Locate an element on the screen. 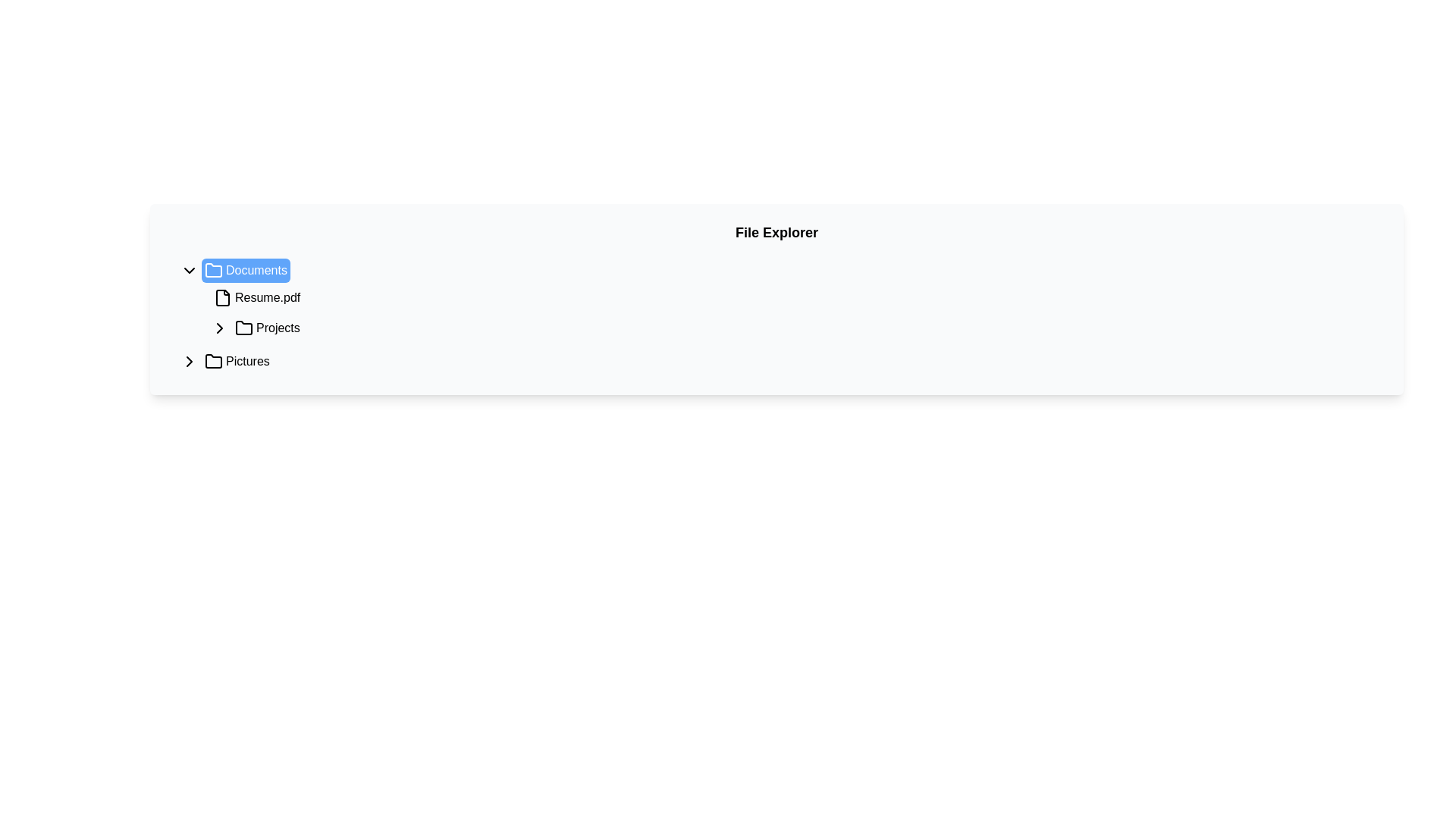 This screenshot has height=819, width=1456. the file entry named 'Resume.pdf' in the file explorer is located at coordinates (257, 298).